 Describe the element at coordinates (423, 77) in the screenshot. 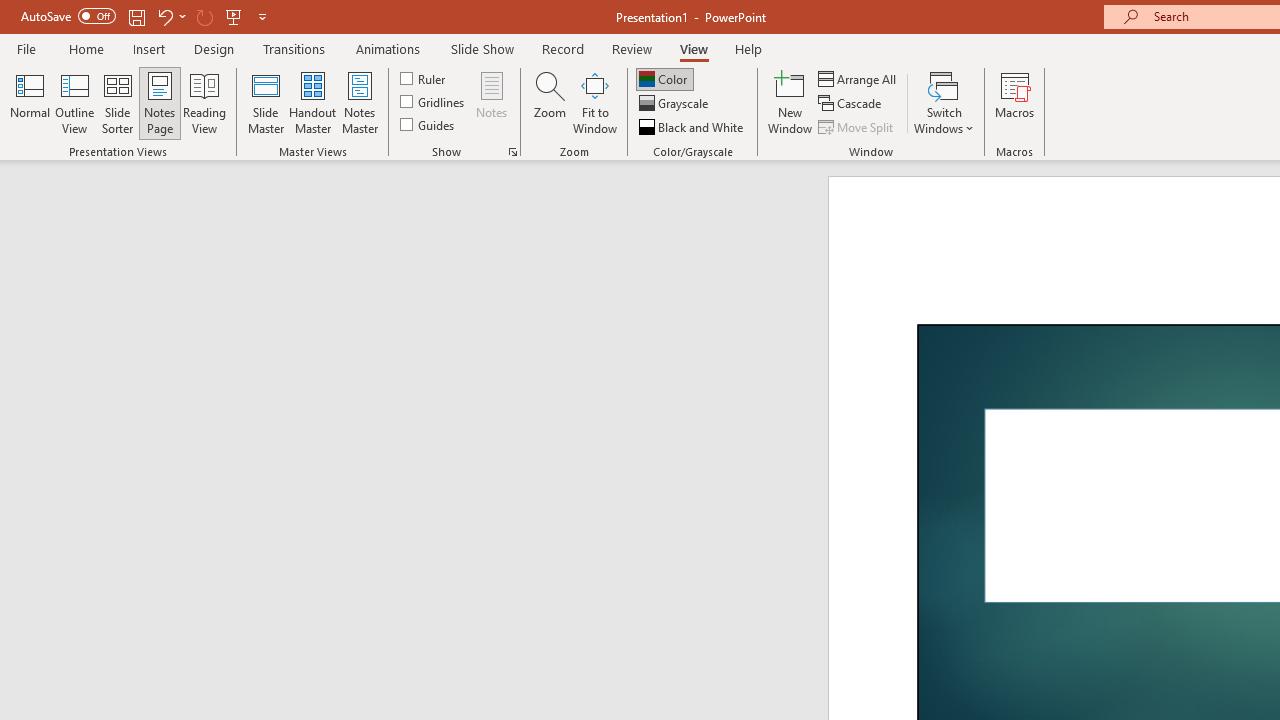

I see `'Ruler'` at that location.